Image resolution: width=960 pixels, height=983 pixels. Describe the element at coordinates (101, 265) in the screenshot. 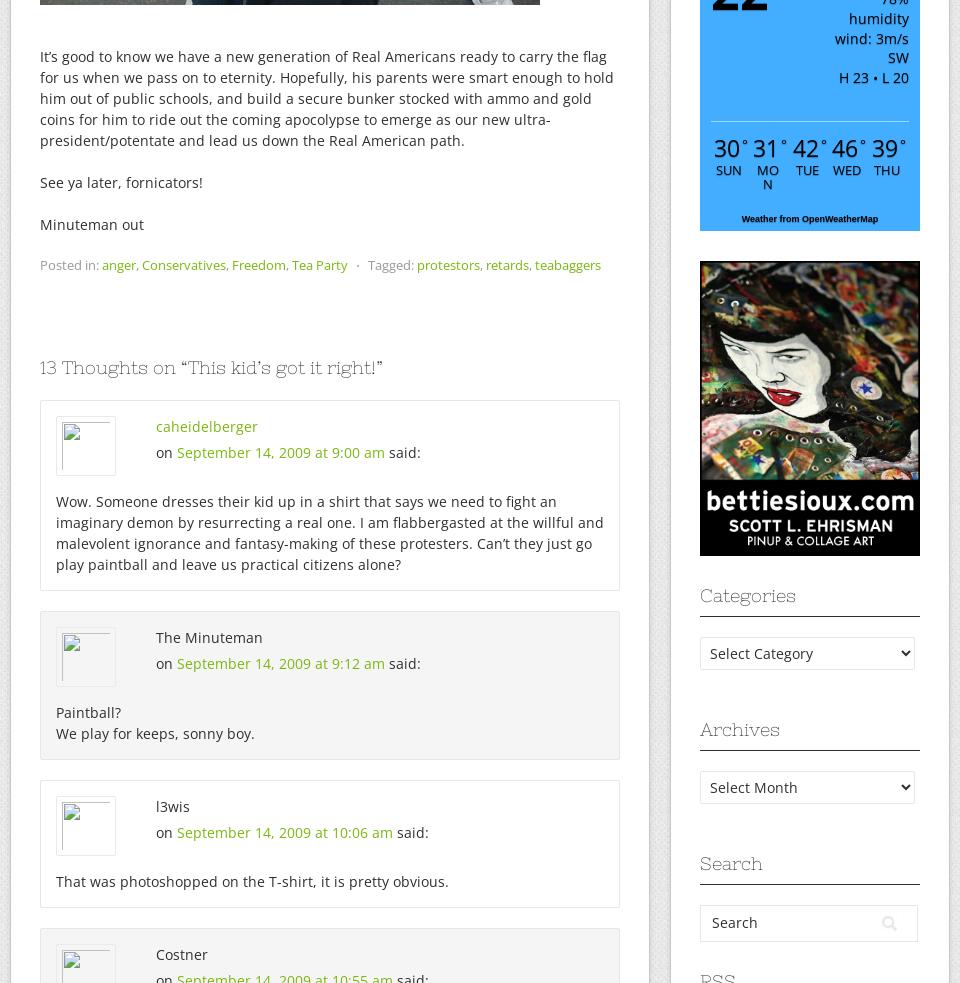

I see `'anger'` at that location.